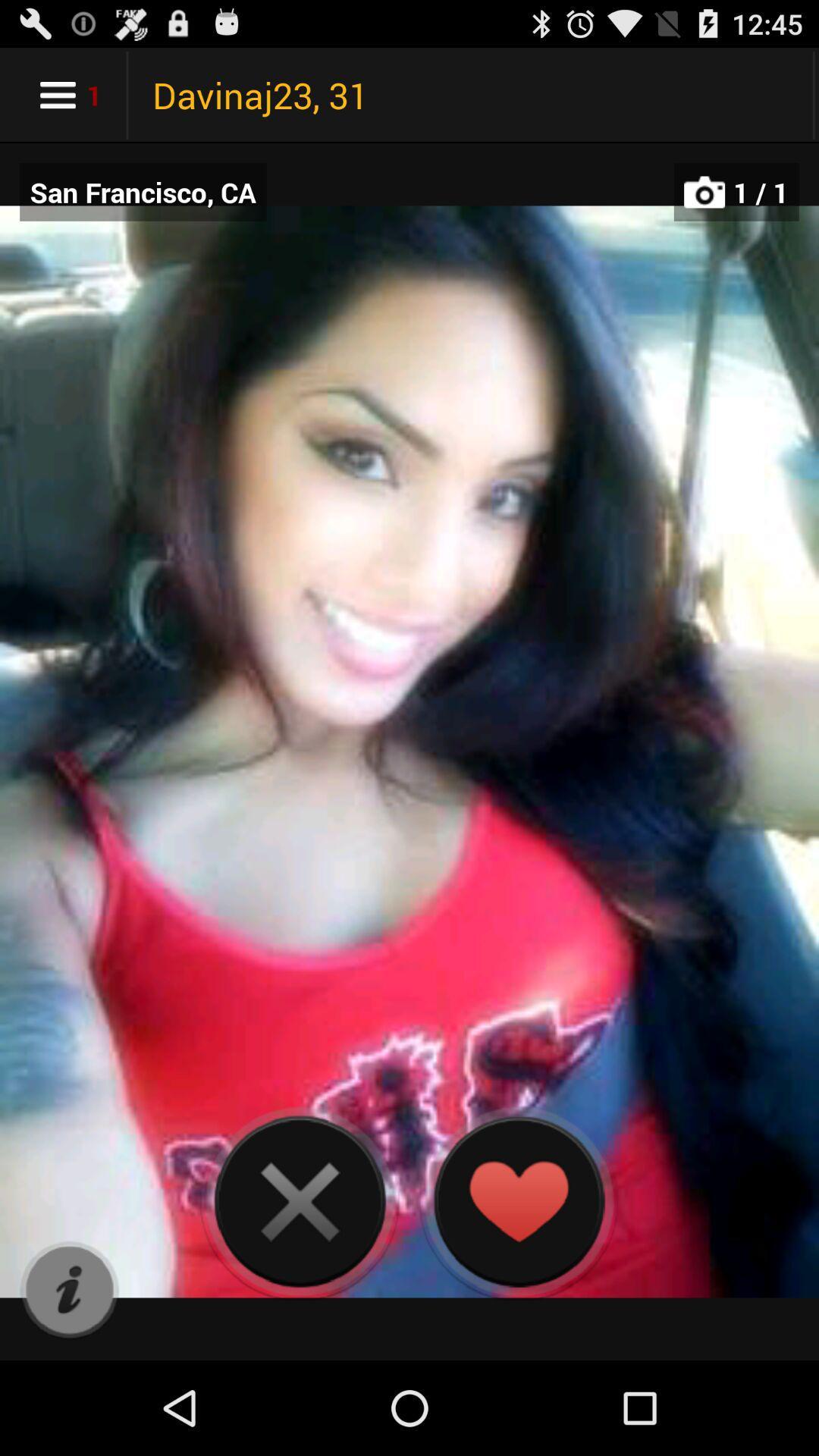 The height and width of the screenshot is (1456, 819). Describe the element at coordinates (69, 1290) in the screenshot. I see `item at the bottom left corner` at that location.